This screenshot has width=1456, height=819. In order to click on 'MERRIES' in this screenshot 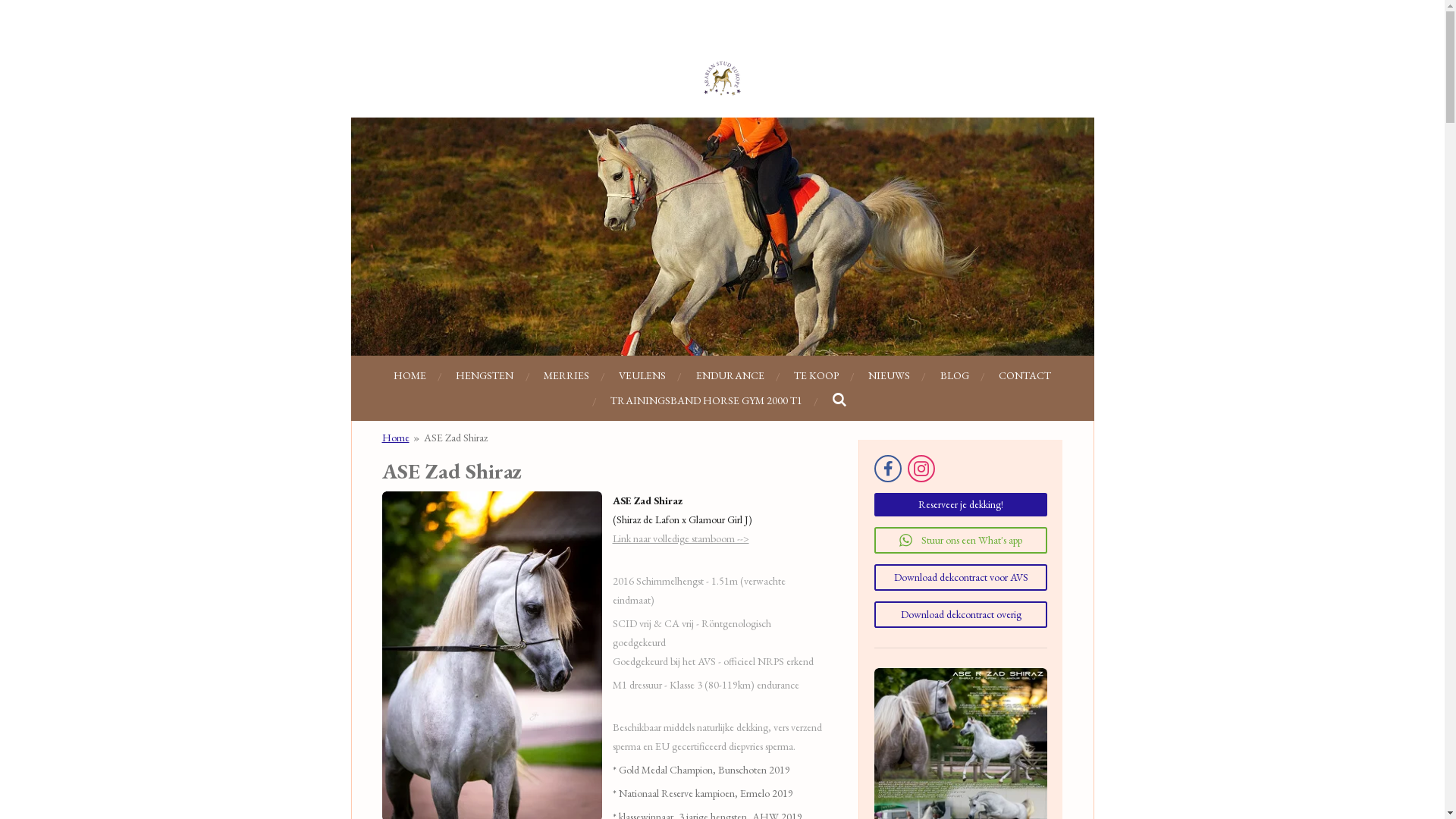, I will do `click(566, 375)`.